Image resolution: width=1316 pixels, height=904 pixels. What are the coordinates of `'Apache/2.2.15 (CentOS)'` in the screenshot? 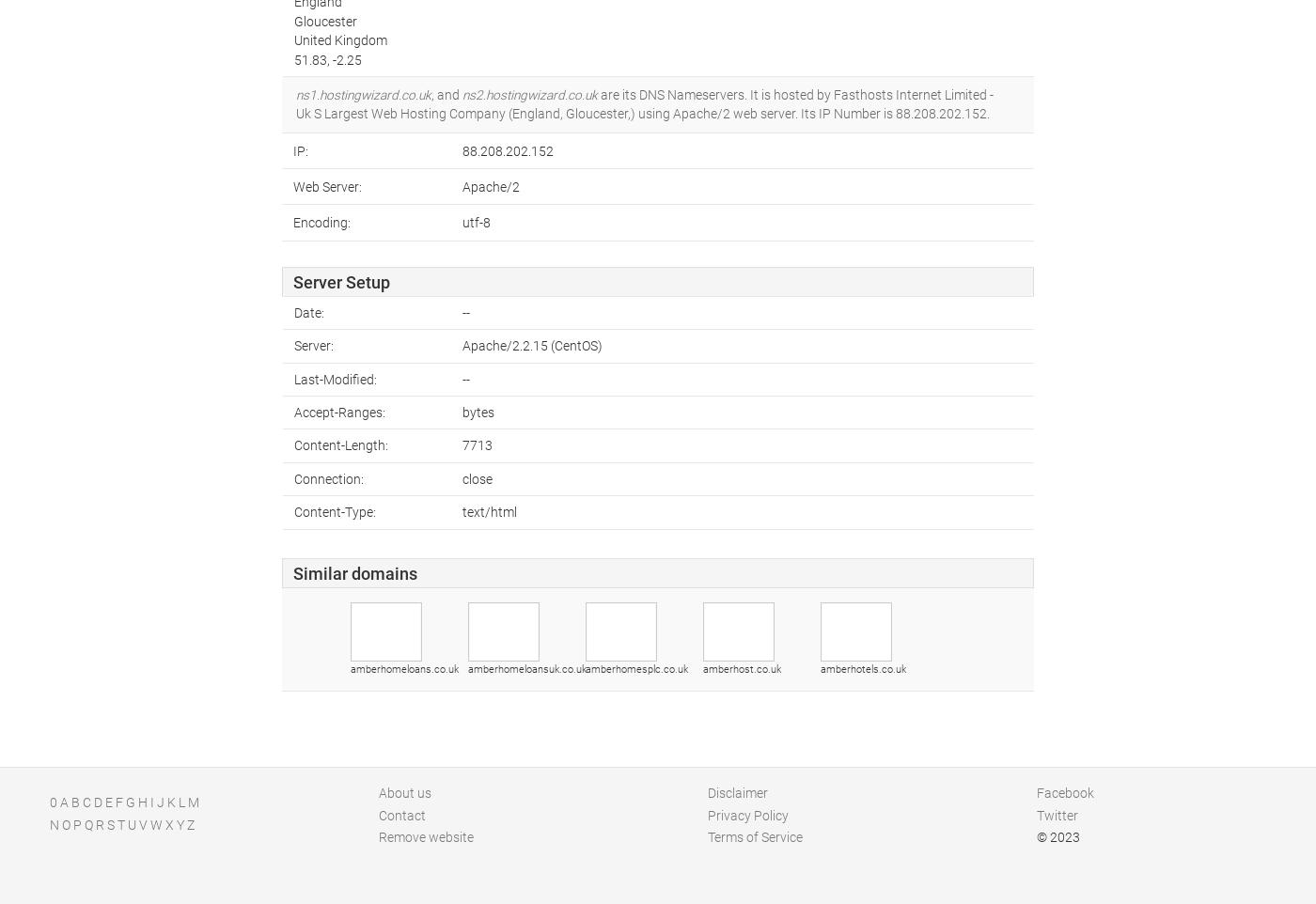 It's located at (531, 345).